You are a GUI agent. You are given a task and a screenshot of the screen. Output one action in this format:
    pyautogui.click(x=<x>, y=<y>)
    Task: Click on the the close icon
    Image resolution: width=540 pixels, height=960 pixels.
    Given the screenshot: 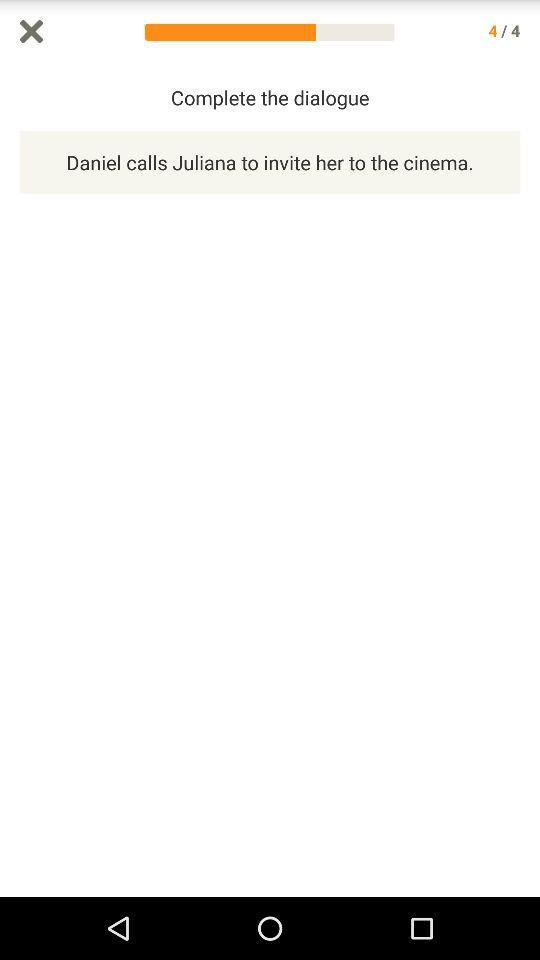 What is the action you would take?
    pyautogui.click(x=30, y=32)
    